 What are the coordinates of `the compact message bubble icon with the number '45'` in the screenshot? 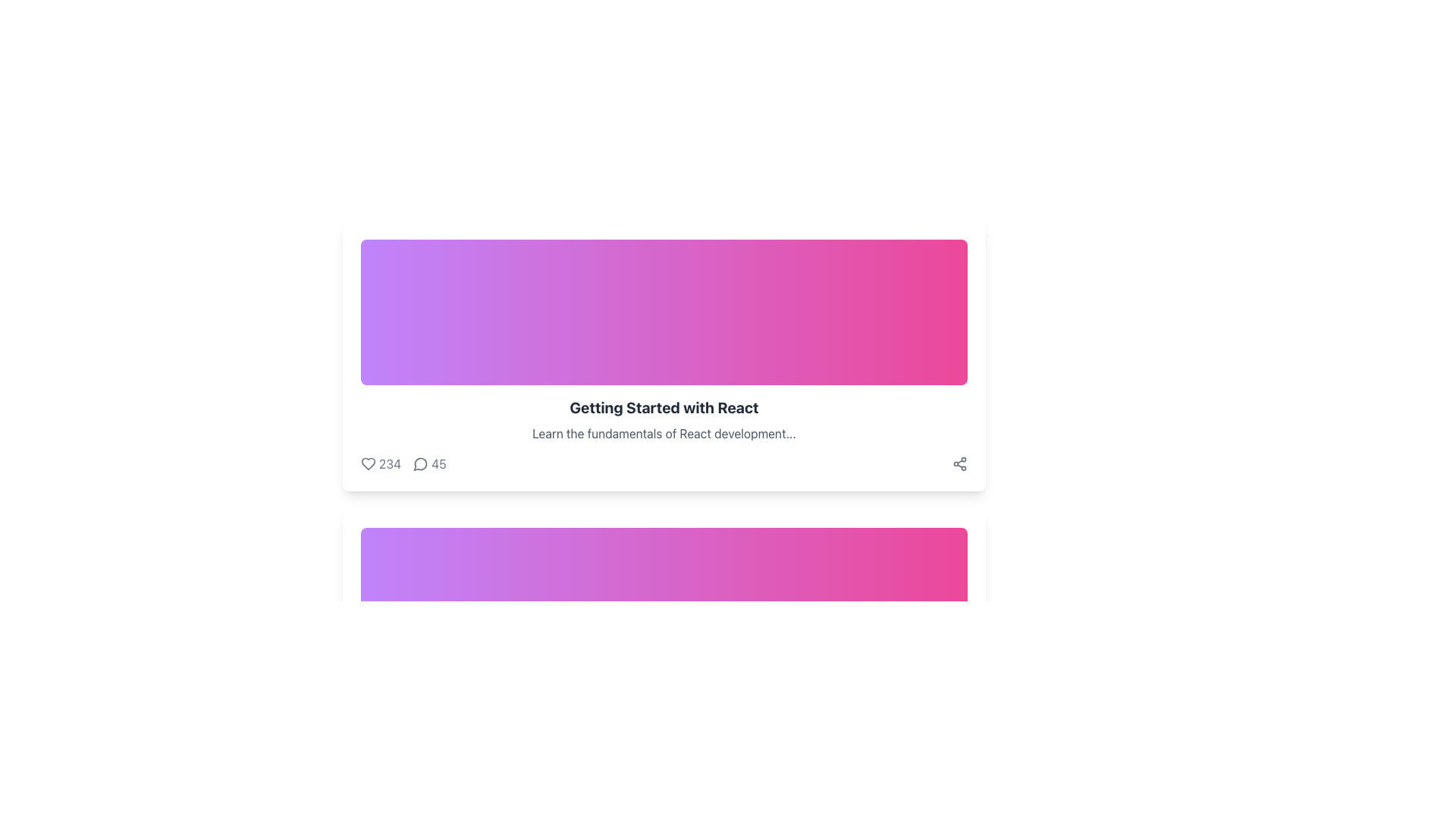 It's located at (428, 463).